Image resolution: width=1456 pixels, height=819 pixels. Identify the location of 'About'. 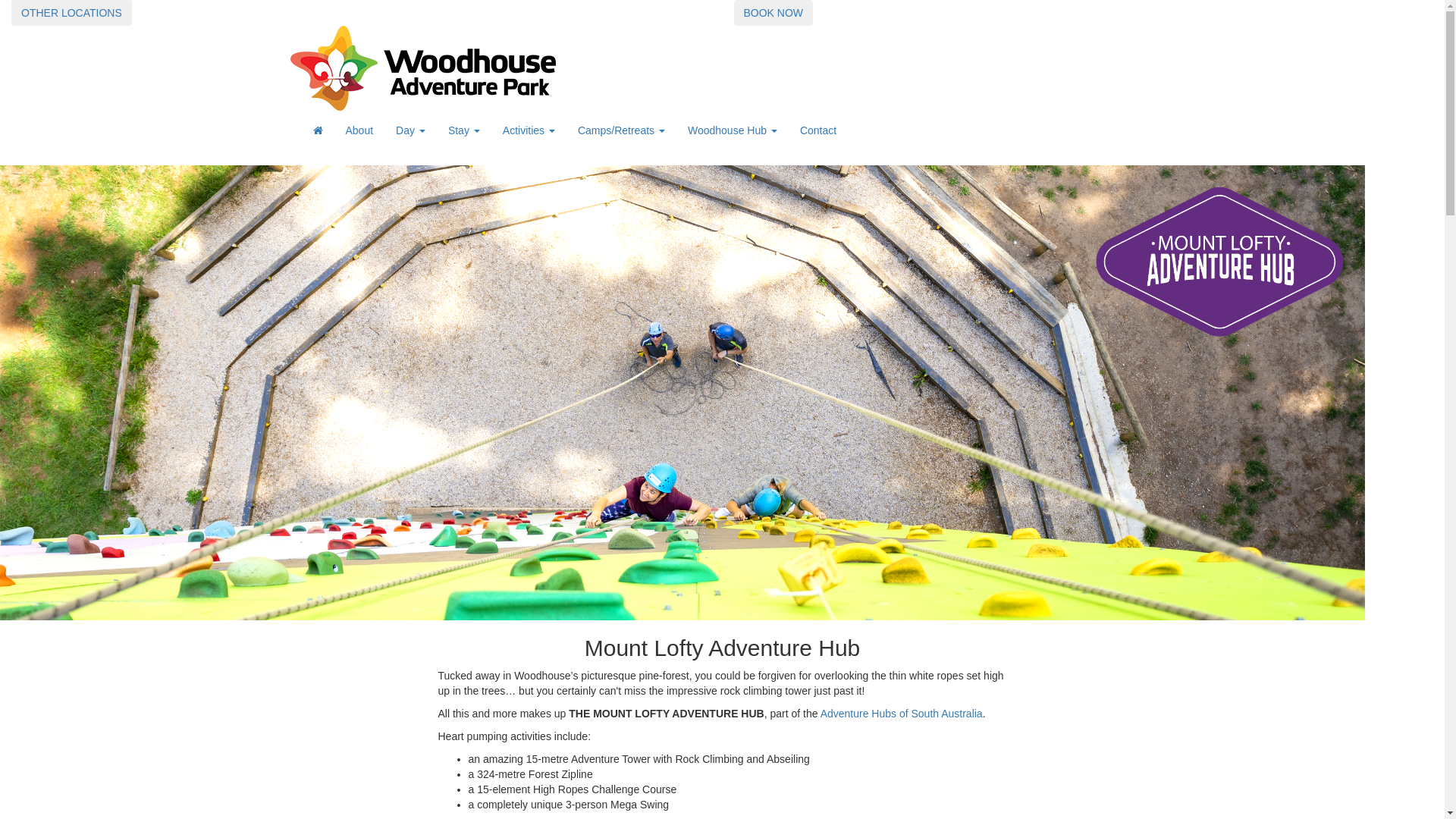
(333, 130).